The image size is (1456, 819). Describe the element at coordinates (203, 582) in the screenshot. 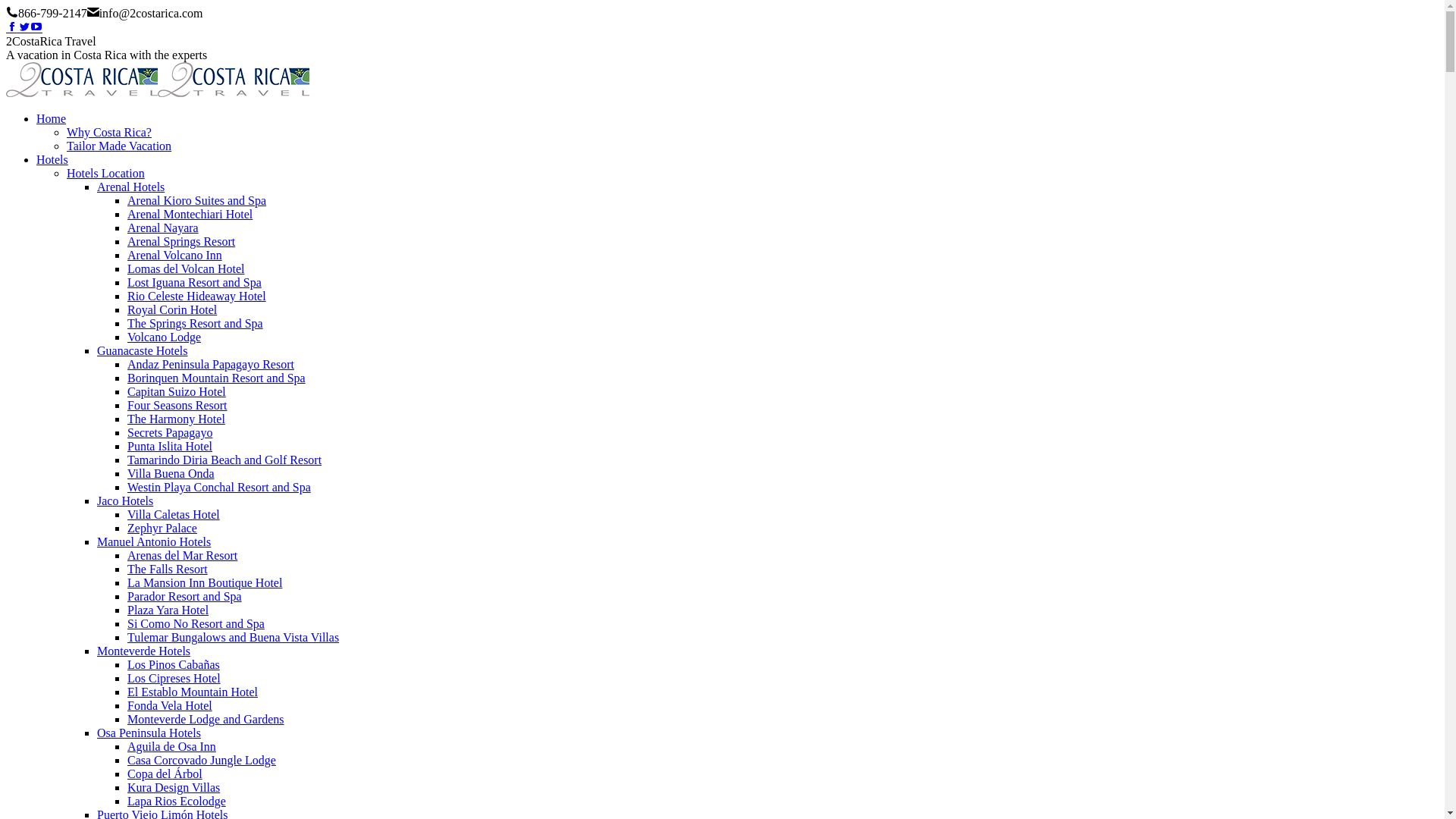

I see `'La Mansion Inn Boutique Hotel'` at that location.